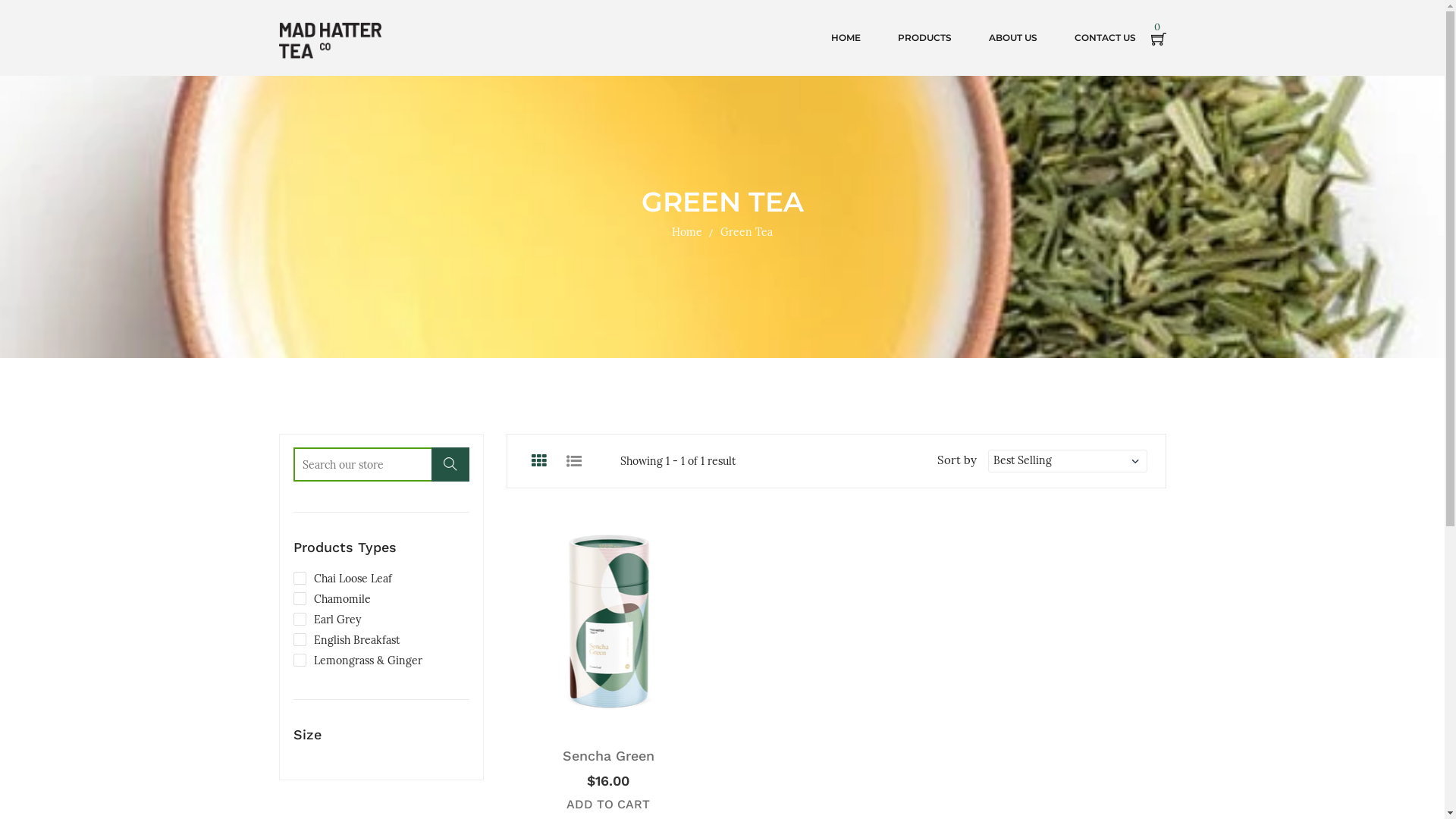  I want to click on 'HOME', so click(845, 37).